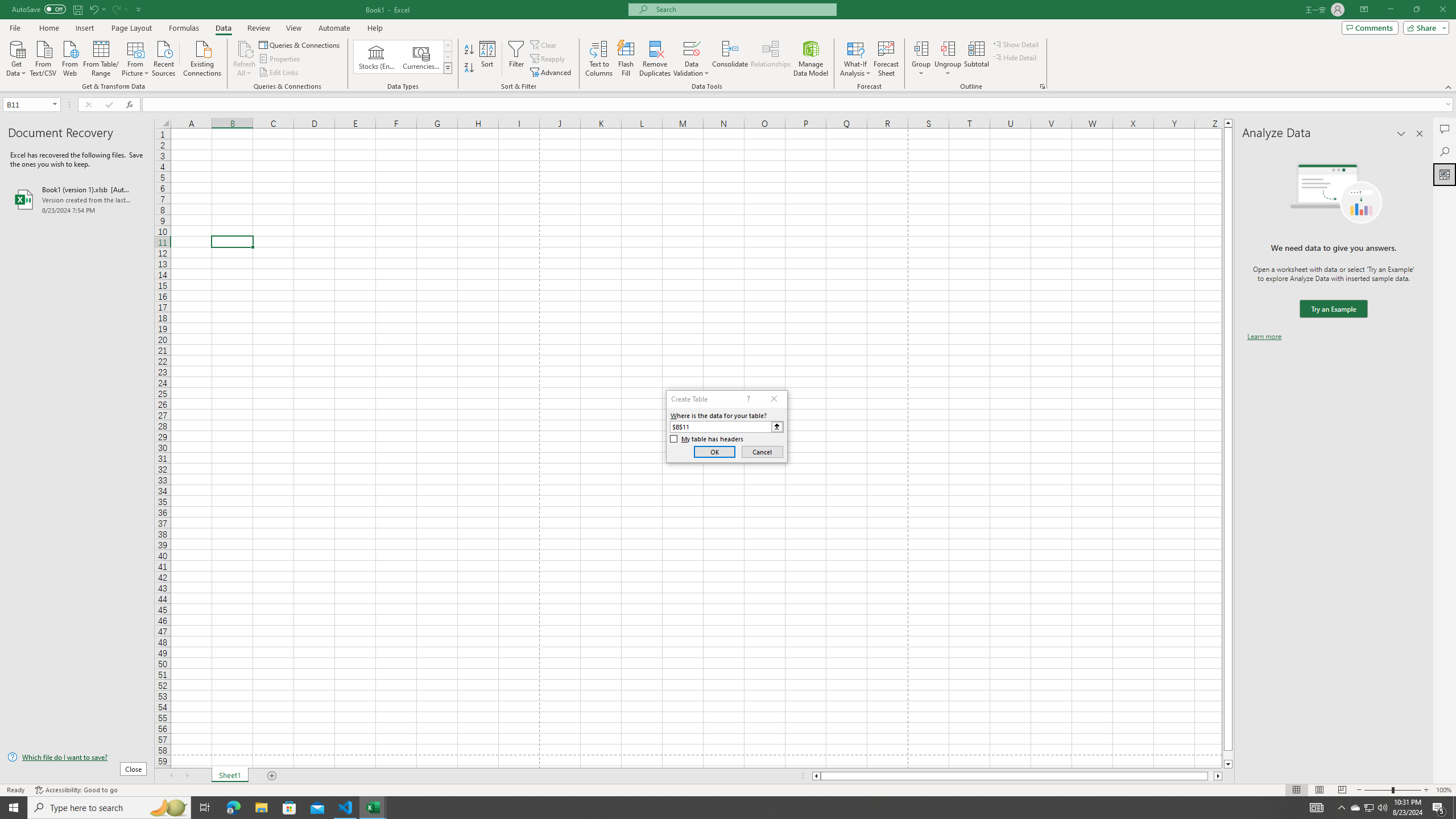 This screenshot has width=1456, height=819. I want to click on 'We need data to give you answers. Try an Example', so click(1333, 309).